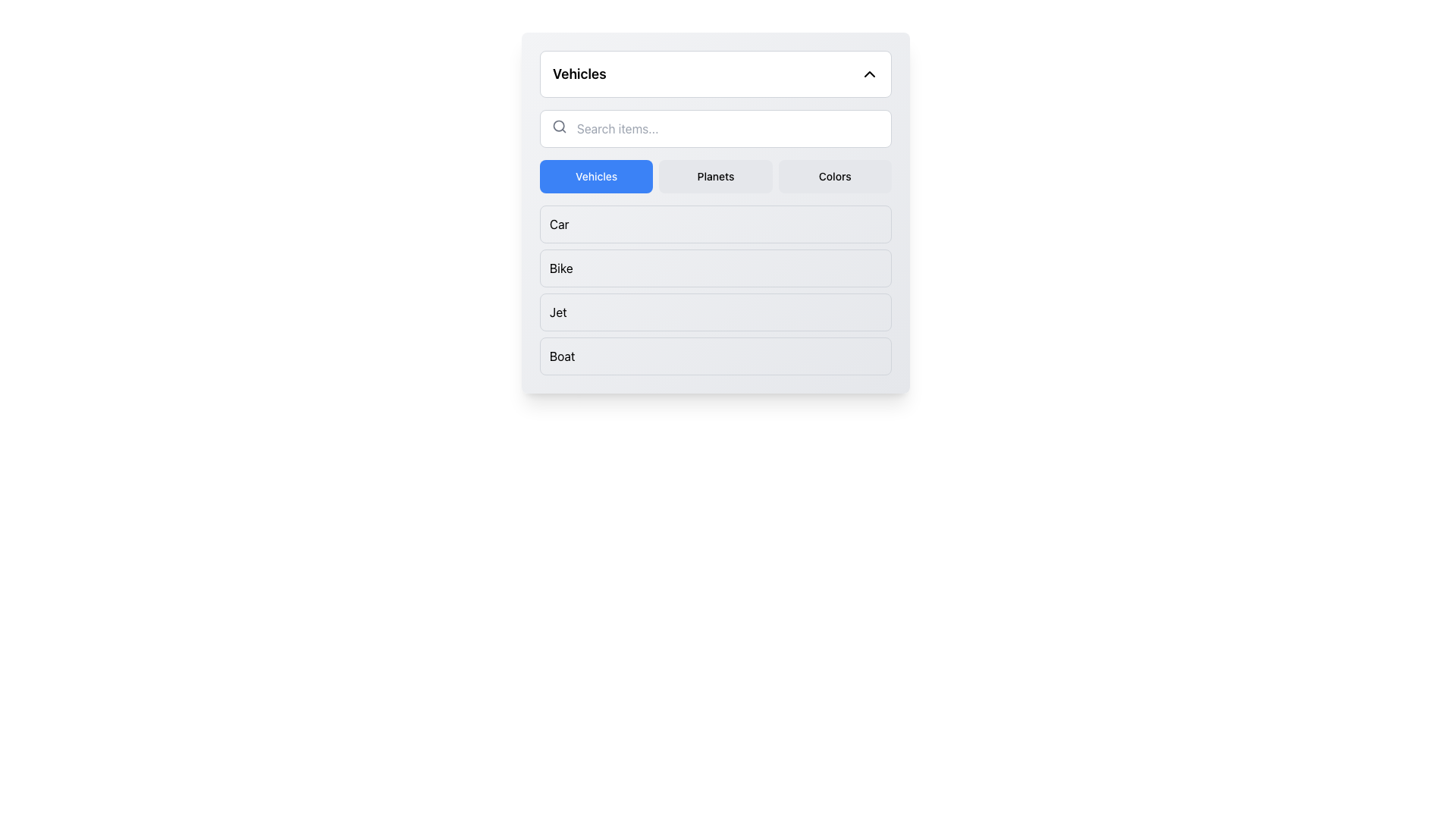  I want to click on the 'Vehicles' button located on the left side of a group of three horizontally aligned buttons, situated beneath the 'Search items' text input field, so click(595, 175).